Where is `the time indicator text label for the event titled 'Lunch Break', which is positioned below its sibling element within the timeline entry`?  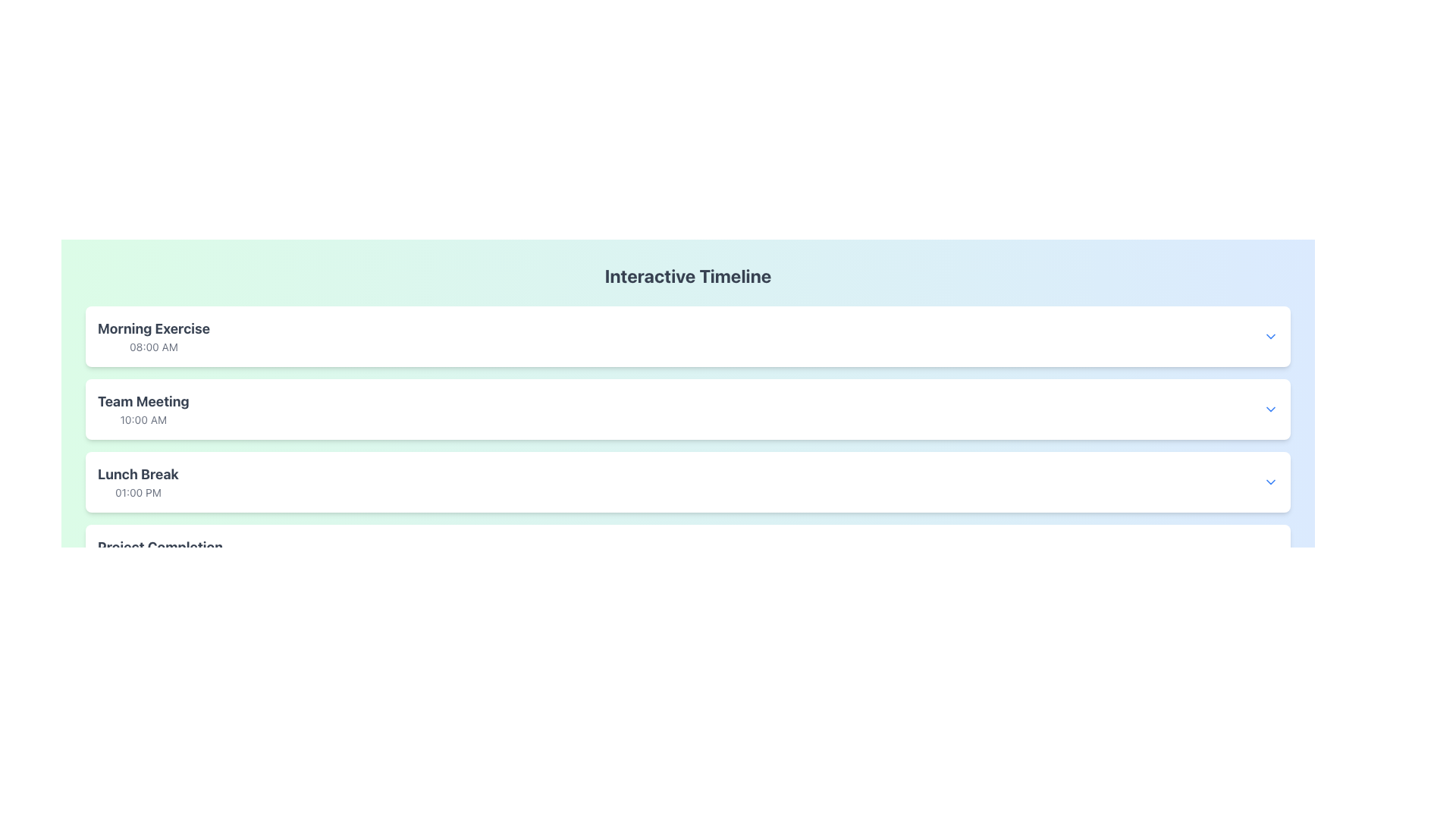
the time indicator text label for the event titled 'Lunch Break', which is positioned below its sibling element within the timeline entry is located at coordinates (138, 493).